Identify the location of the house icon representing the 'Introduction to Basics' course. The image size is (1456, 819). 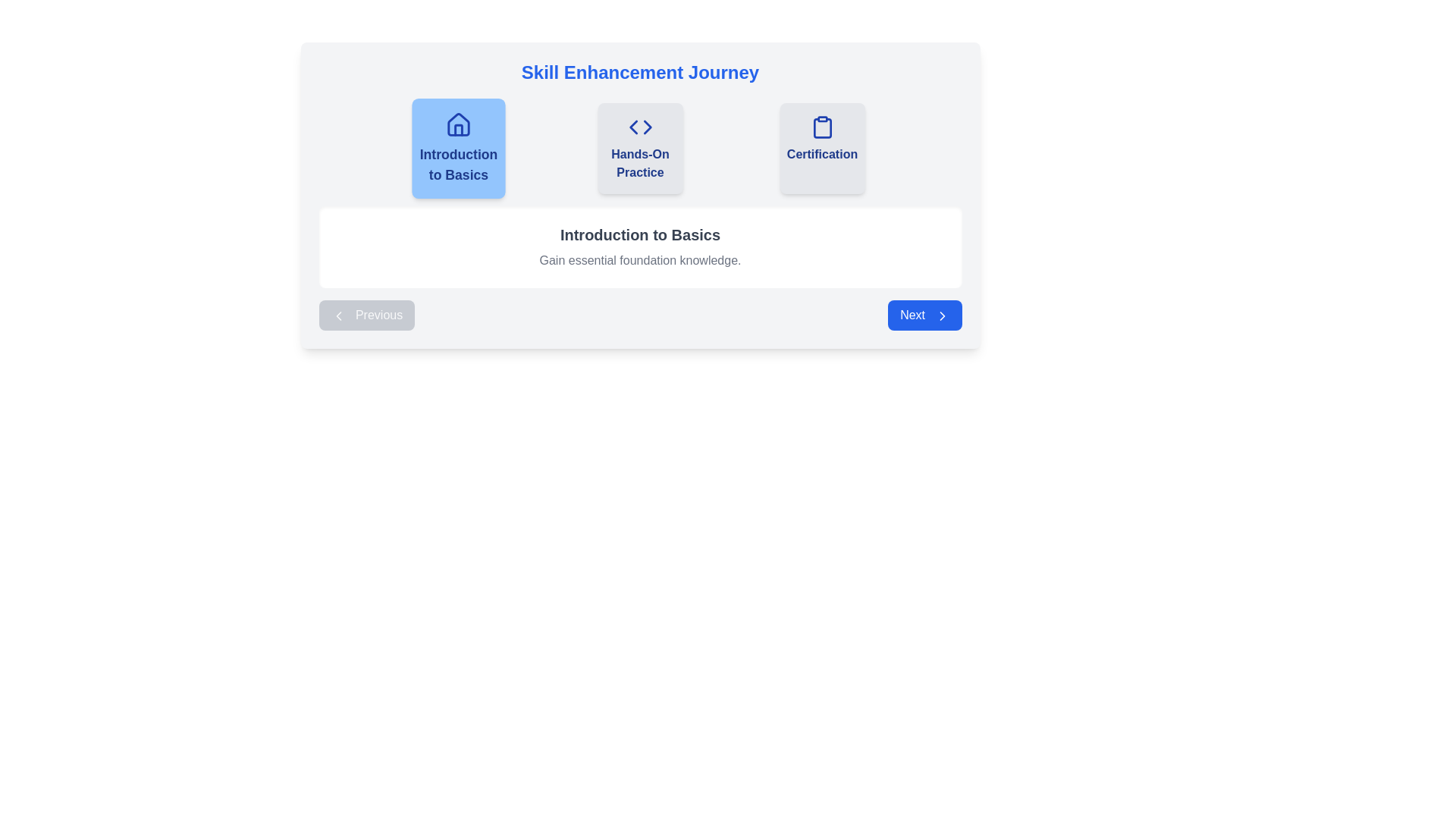
(457, 124).